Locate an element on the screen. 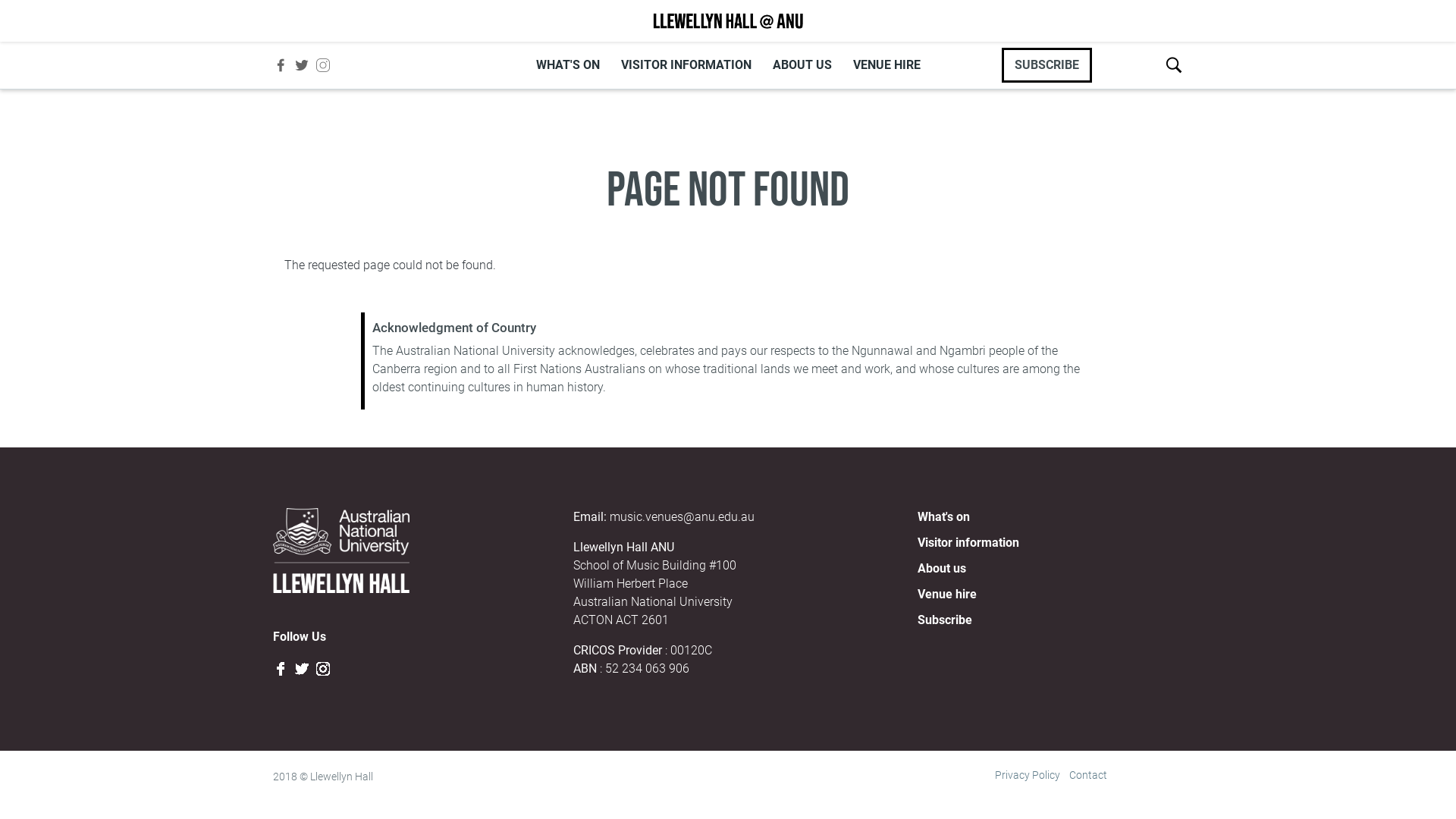 The height and width of the screenshot is (819, 1456). 'VISITOR INFORMATION' is located at coordinates (684, 64).